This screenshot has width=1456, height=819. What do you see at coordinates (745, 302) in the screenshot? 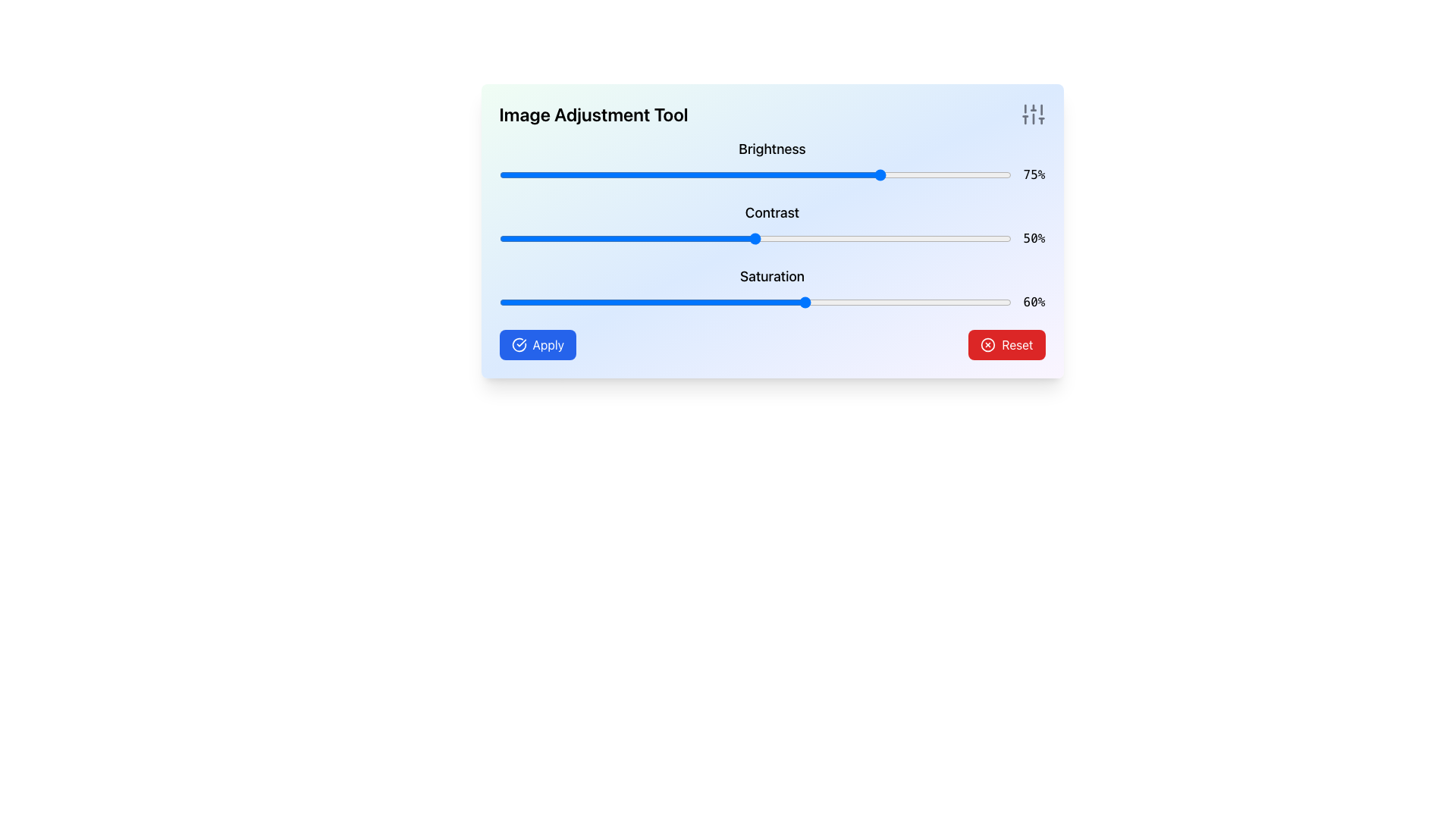
I see `the slider value` at bounding box center [745, 302].